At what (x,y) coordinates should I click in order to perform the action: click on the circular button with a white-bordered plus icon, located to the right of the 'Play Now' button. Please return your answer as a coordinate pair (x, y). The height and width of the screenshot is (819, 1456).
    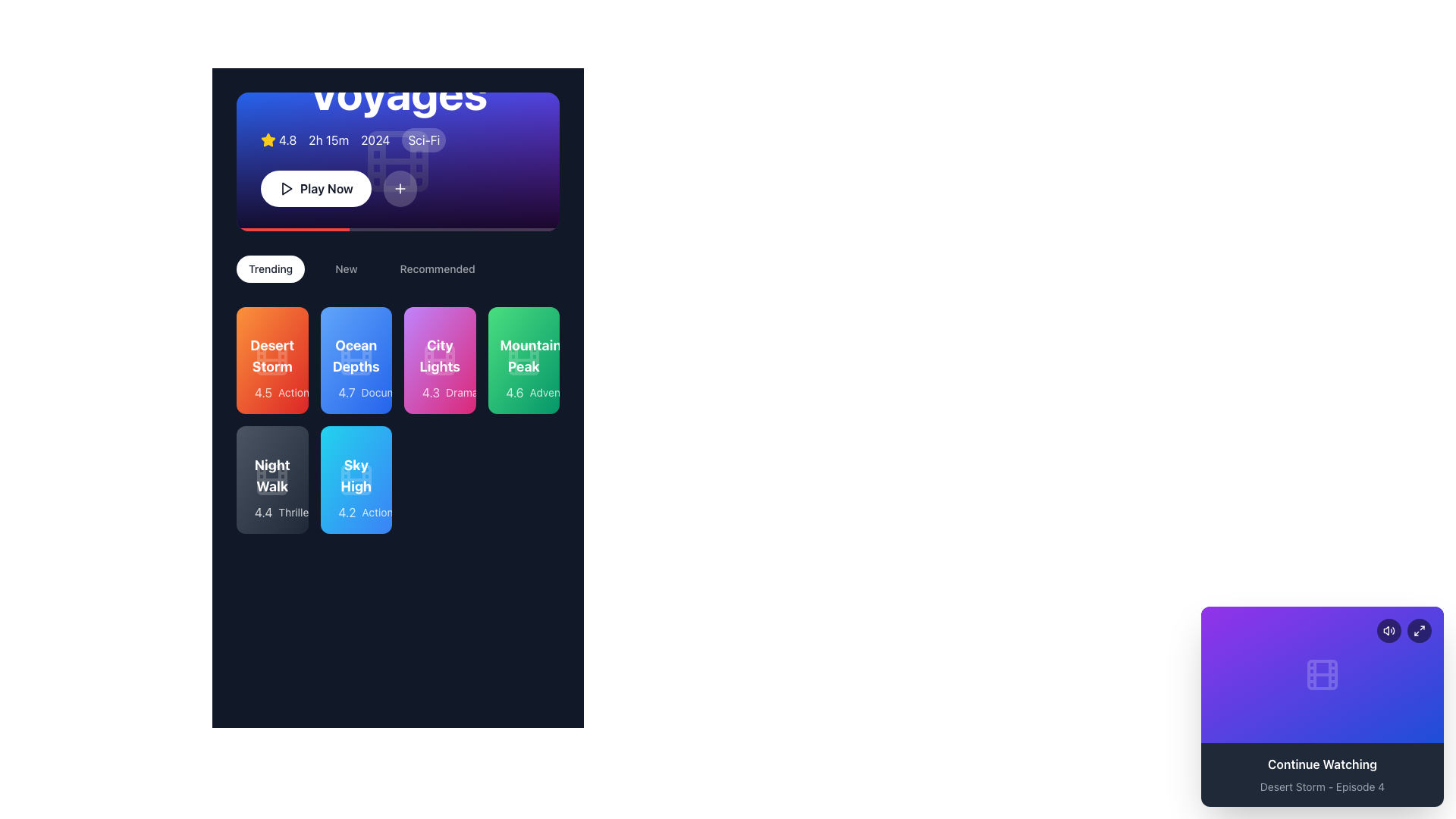
    Looking at the image, I should click on (400, 187).